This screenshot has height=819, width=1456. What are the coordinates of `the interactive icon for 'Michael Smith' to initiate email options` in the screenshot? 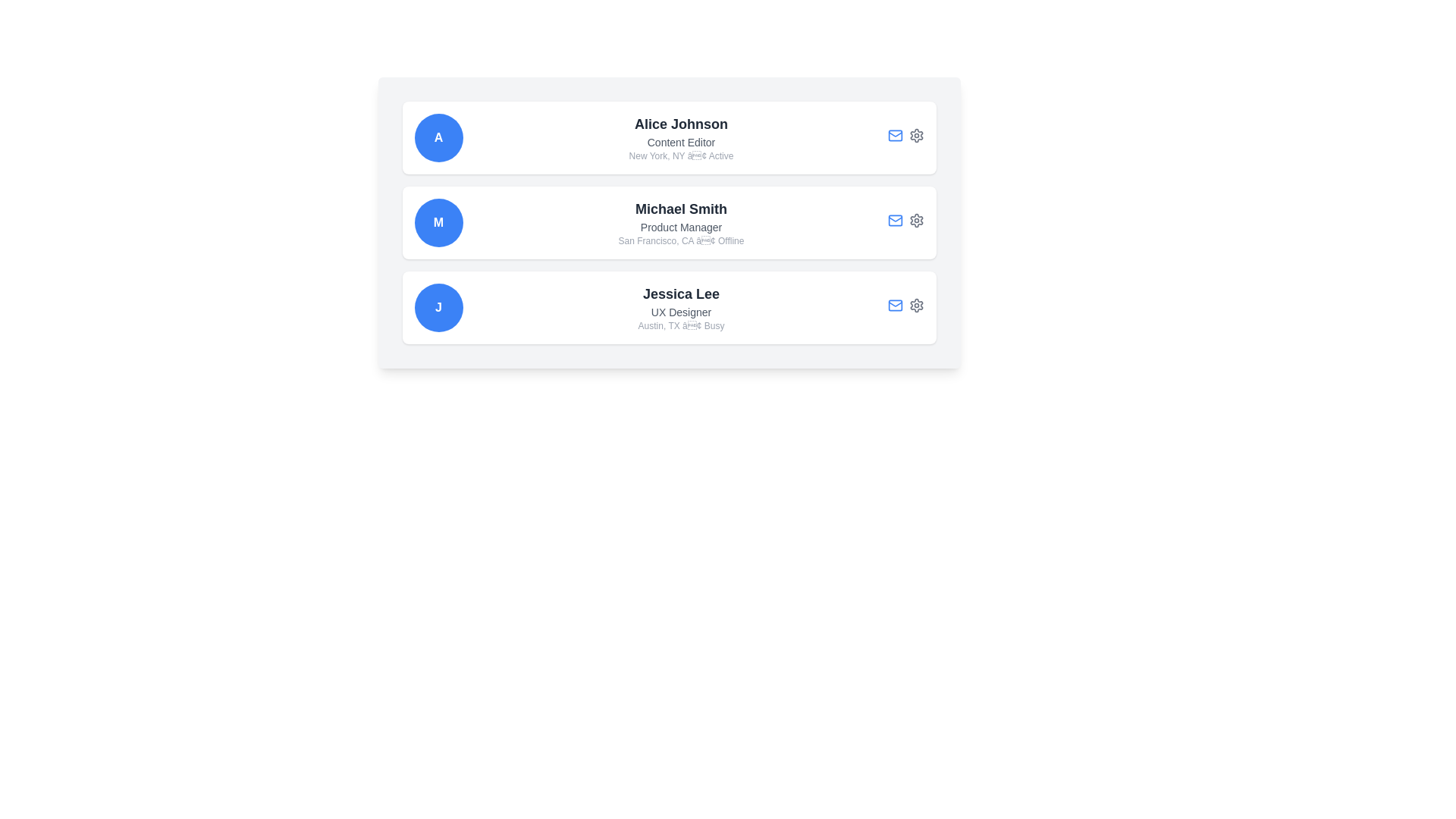 It's located at (895, 219).